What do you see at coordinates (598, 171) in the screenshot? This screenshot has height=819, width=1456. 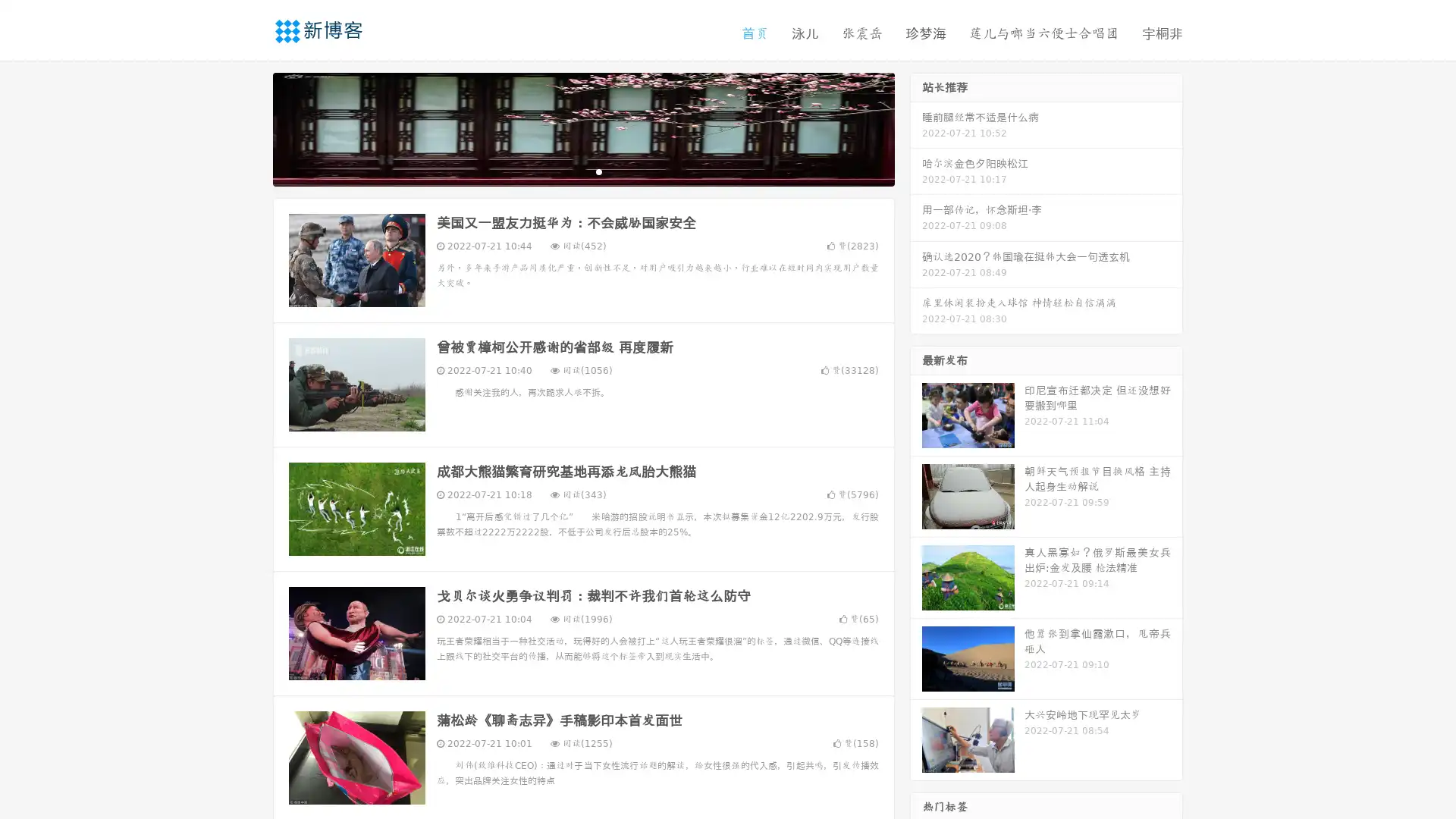 I see `Go to slide 3` at bounding box center [598, 171].